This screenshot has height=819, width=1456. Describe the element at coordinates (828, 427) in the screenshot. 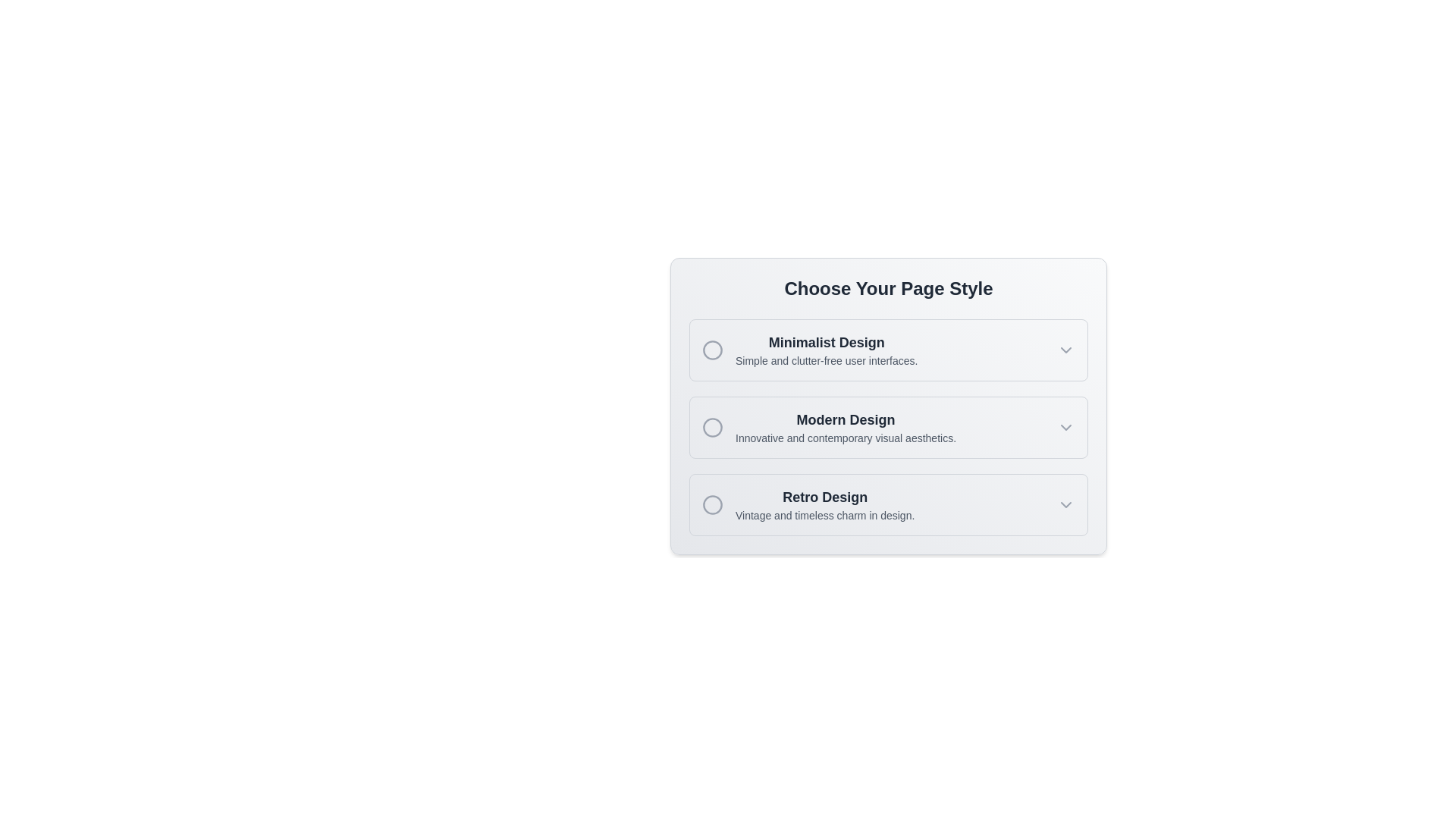

I see `text information from the 'Modern Design' selectable option in the vertical selection menu titled 'Choose Your Page Style'` at that location.